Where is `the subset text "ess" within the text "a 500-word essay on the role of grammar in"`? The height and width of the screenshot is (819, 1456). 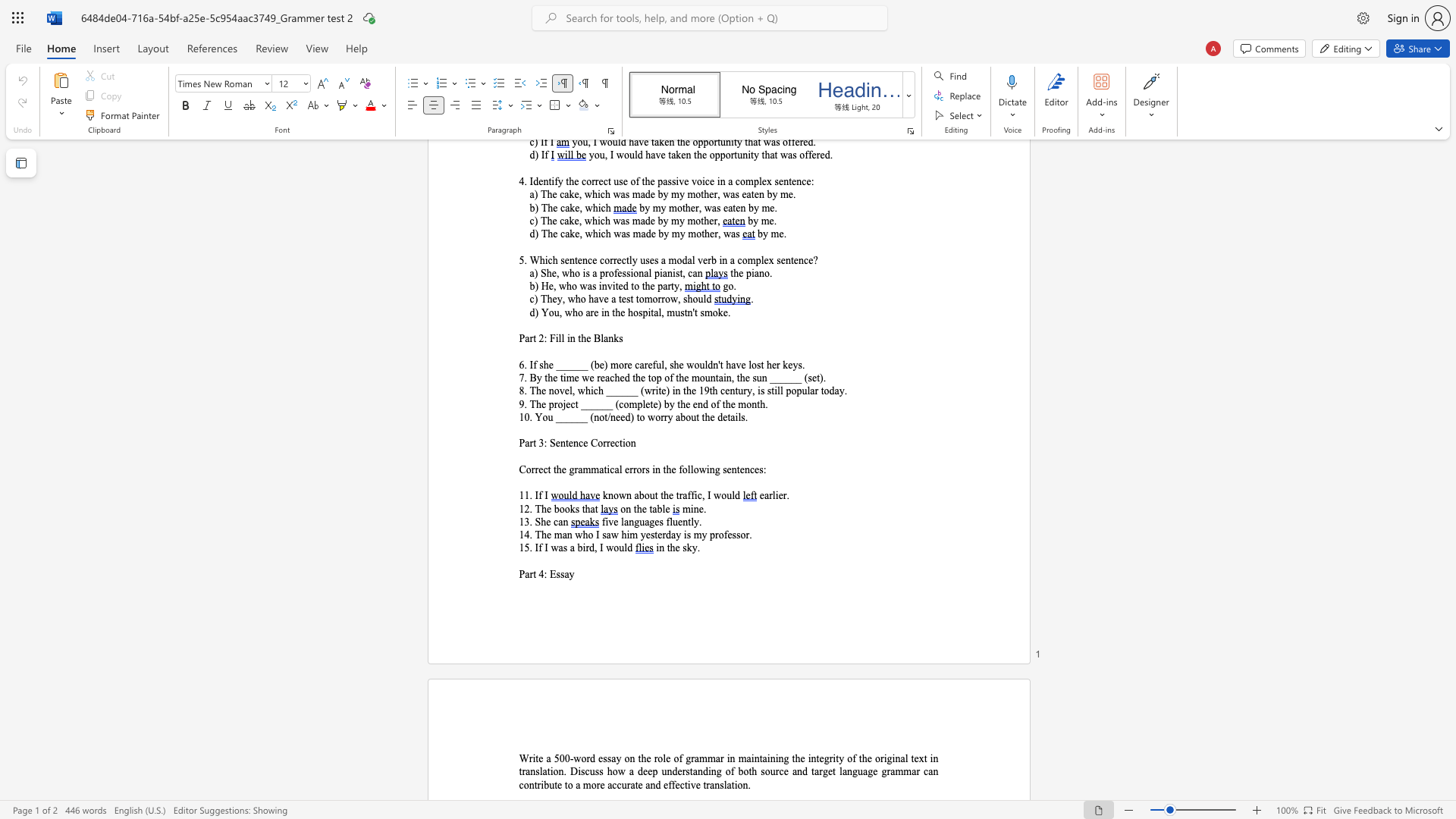
the subset text "ess" within the text "a 500-word essay on the role of grammar in" is located at coordinates (598, 758).